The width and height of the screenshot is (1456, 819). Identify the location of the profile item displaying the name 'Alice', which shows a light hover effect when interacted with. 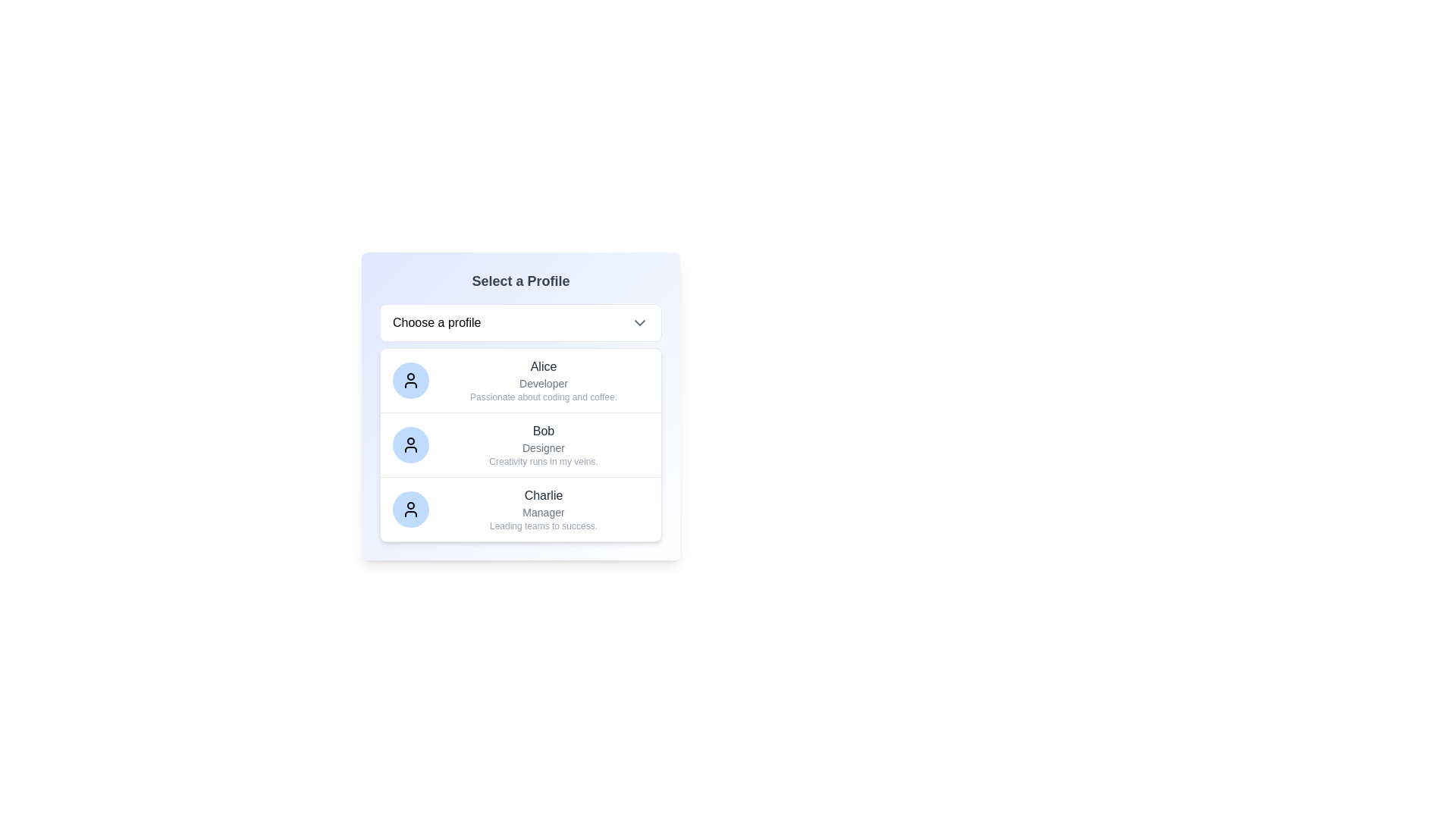
(520, 379).